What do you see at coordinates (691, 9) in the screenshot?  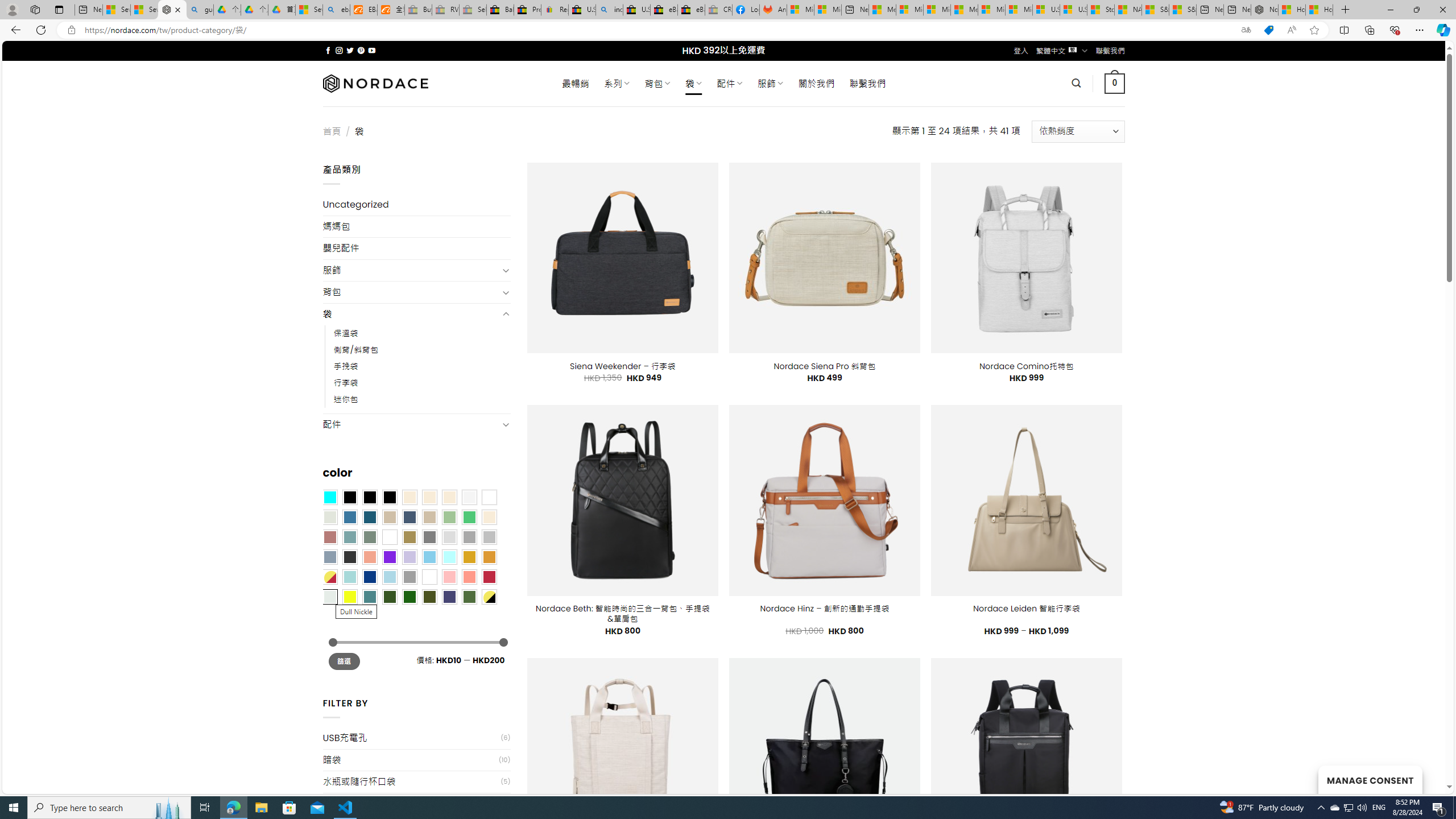 I see `'eBay Inc. Reports Third Quarter 2023 Results'` at bounding box center [691, 9].